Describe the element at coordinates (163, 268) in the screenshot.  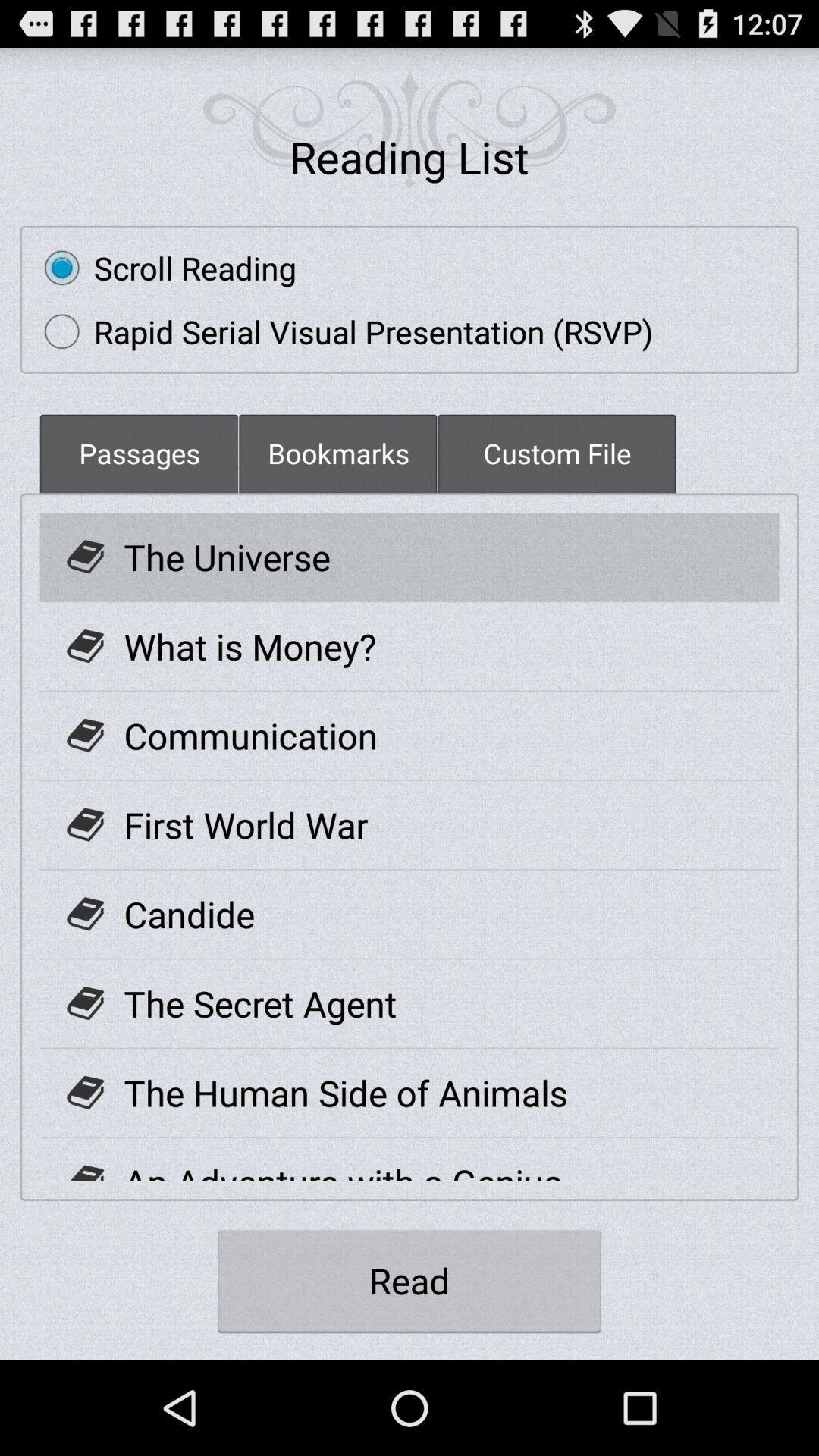
I see `the radio button above the rapid serial visual item` at that location.